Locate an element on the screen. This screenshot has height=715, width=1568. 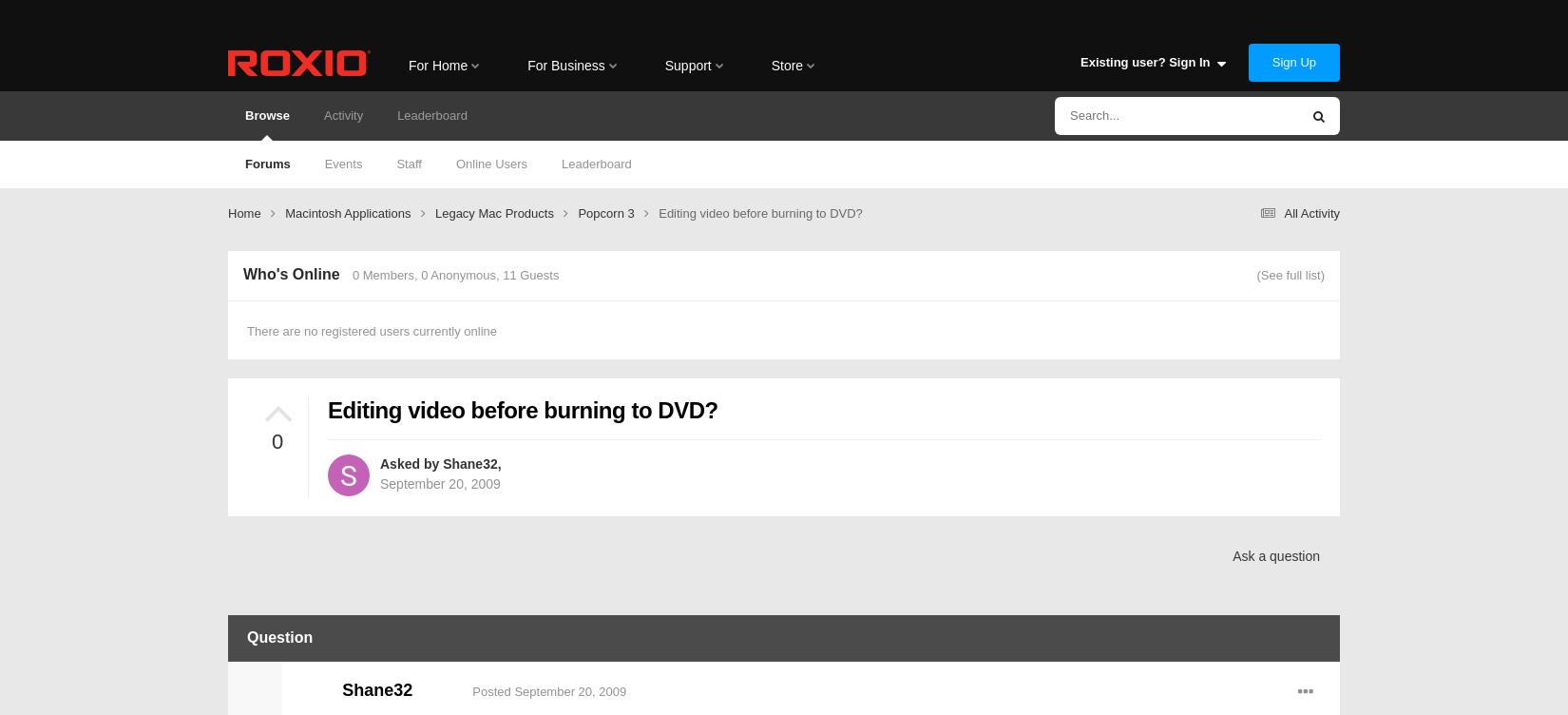
'(See full list)' is located at coordinates (1254, 274).